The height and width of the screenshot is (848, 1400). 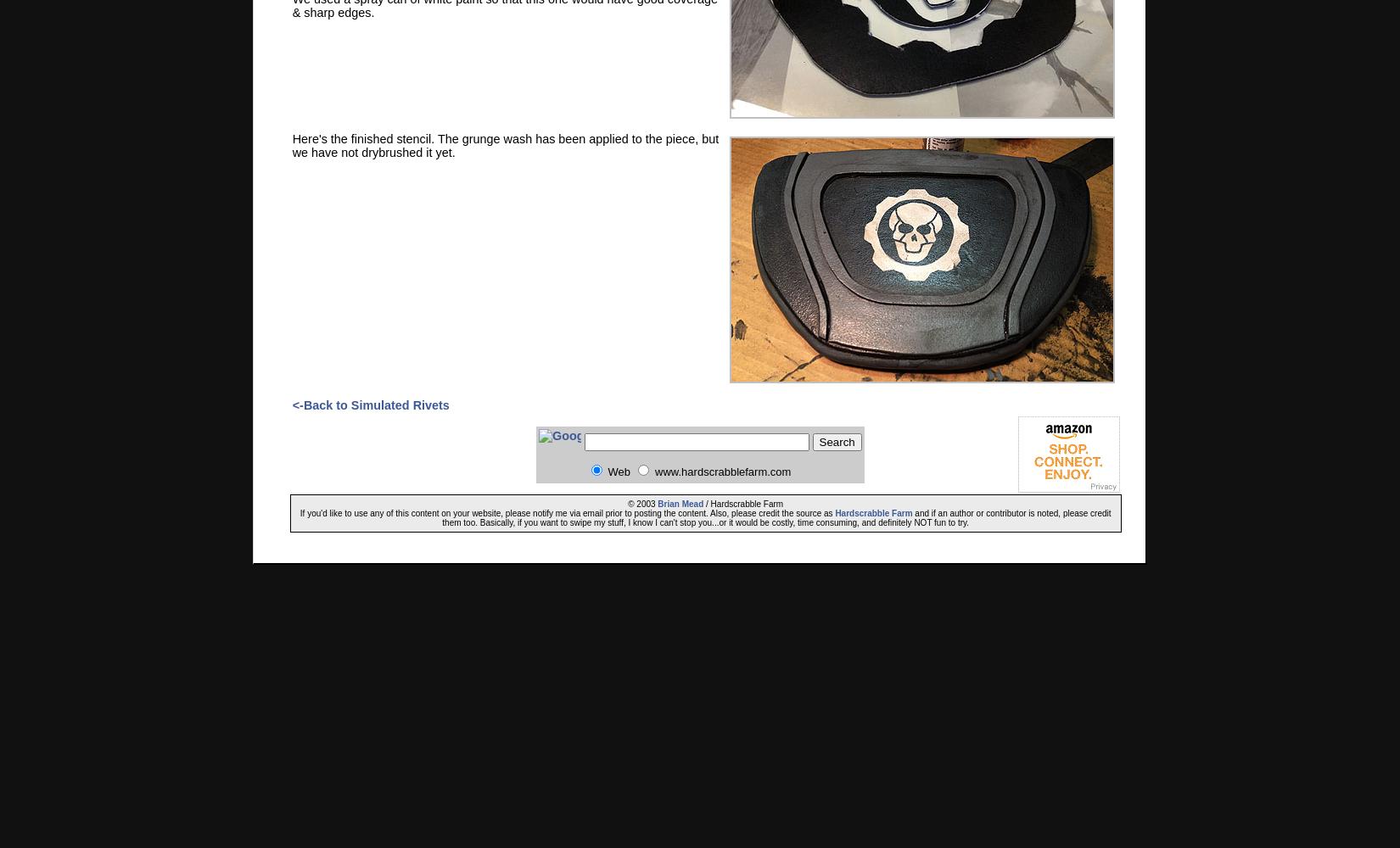 What do you see at coordinates (742, 503) in the screenshot?
I see `'/ Hardscrabble Farm'` at bounding box center [742, 503].